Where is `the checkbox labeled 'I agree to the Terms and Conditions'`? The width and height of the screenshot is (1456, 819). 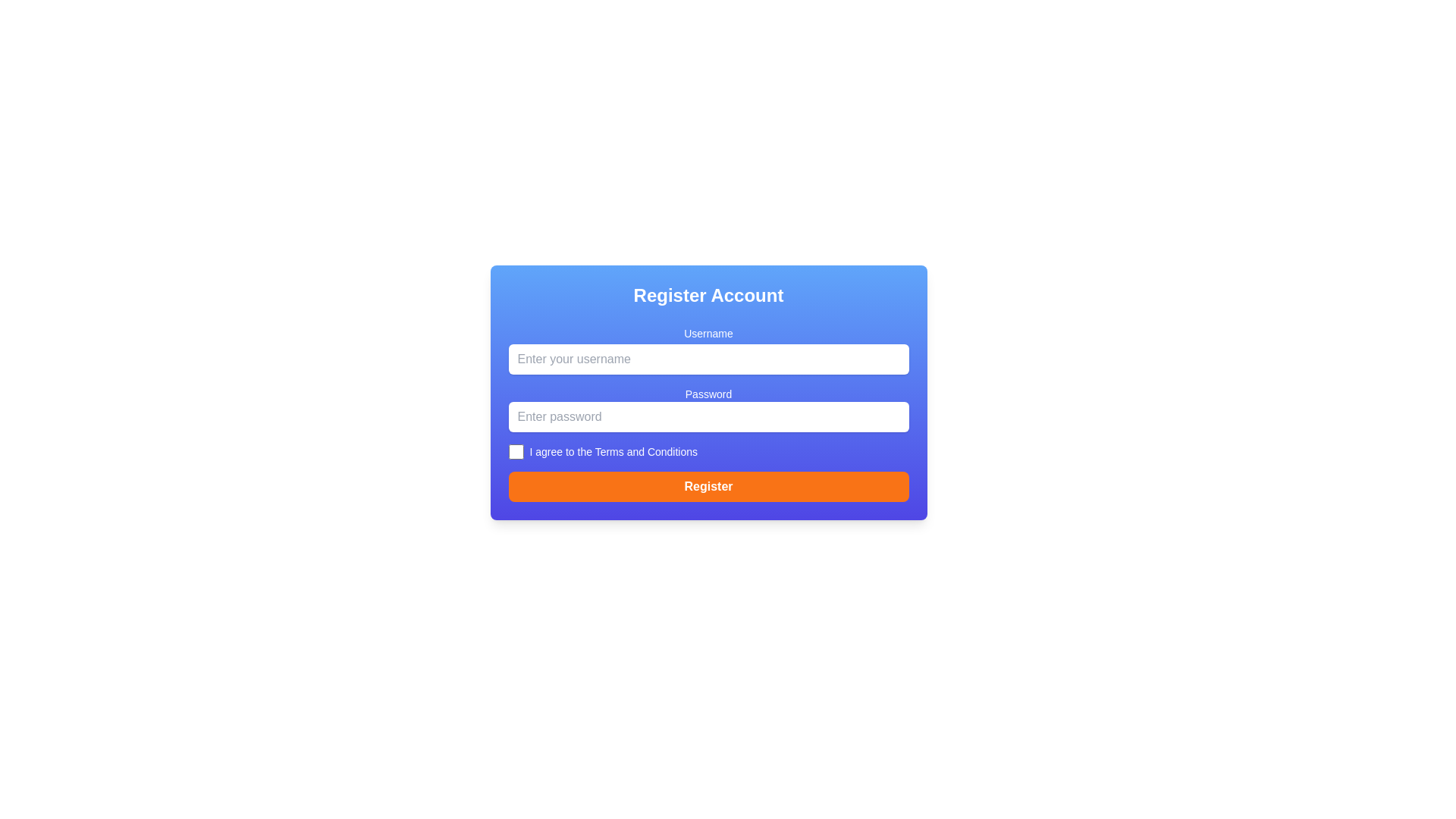 the checkbox labeled 'I agree to the Terms and Conditions' is located at coordinates (708, 451).